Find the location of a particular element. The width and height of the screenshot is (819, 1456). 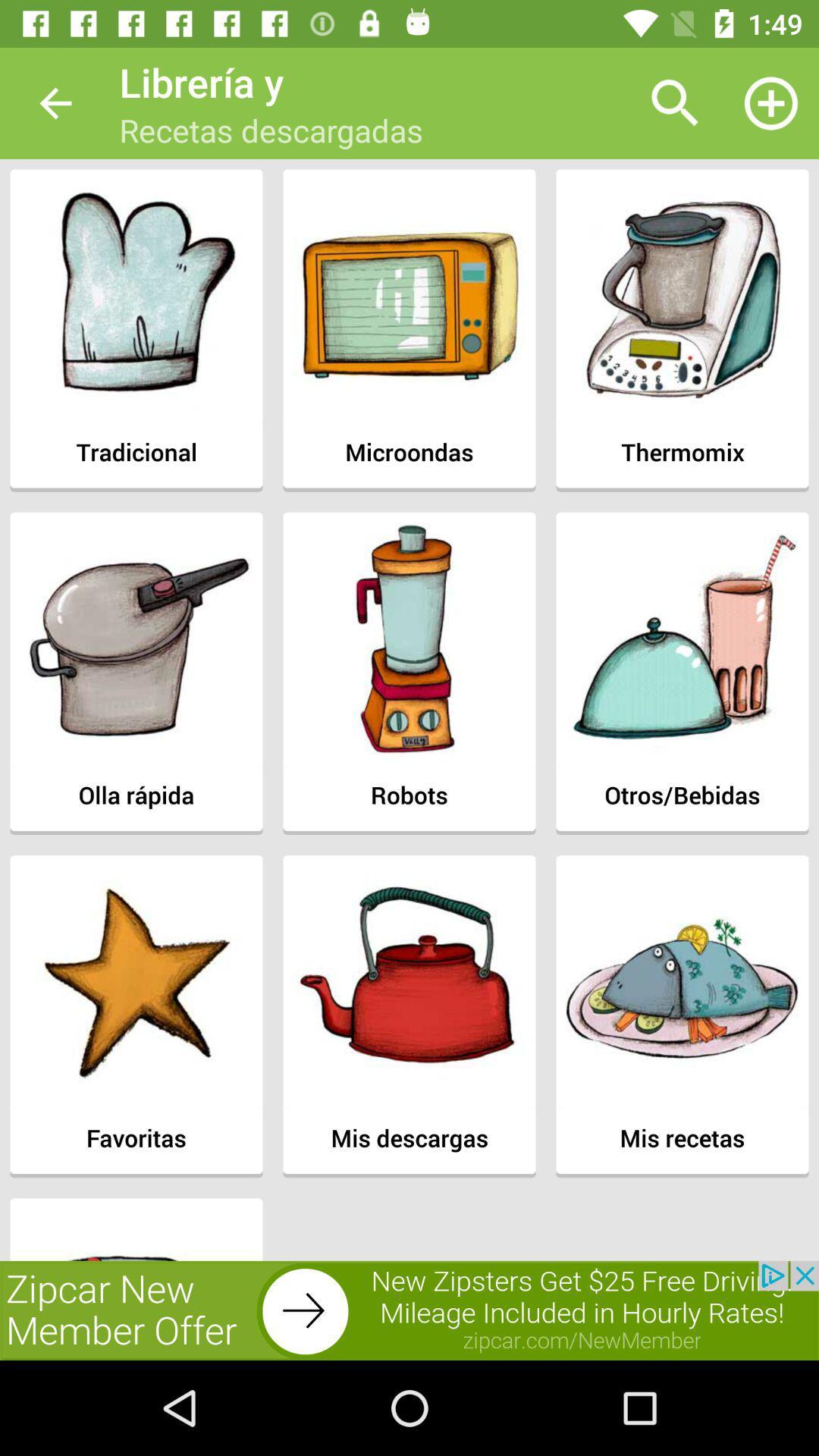

make advertisement is located at coordinates (409, 1310).